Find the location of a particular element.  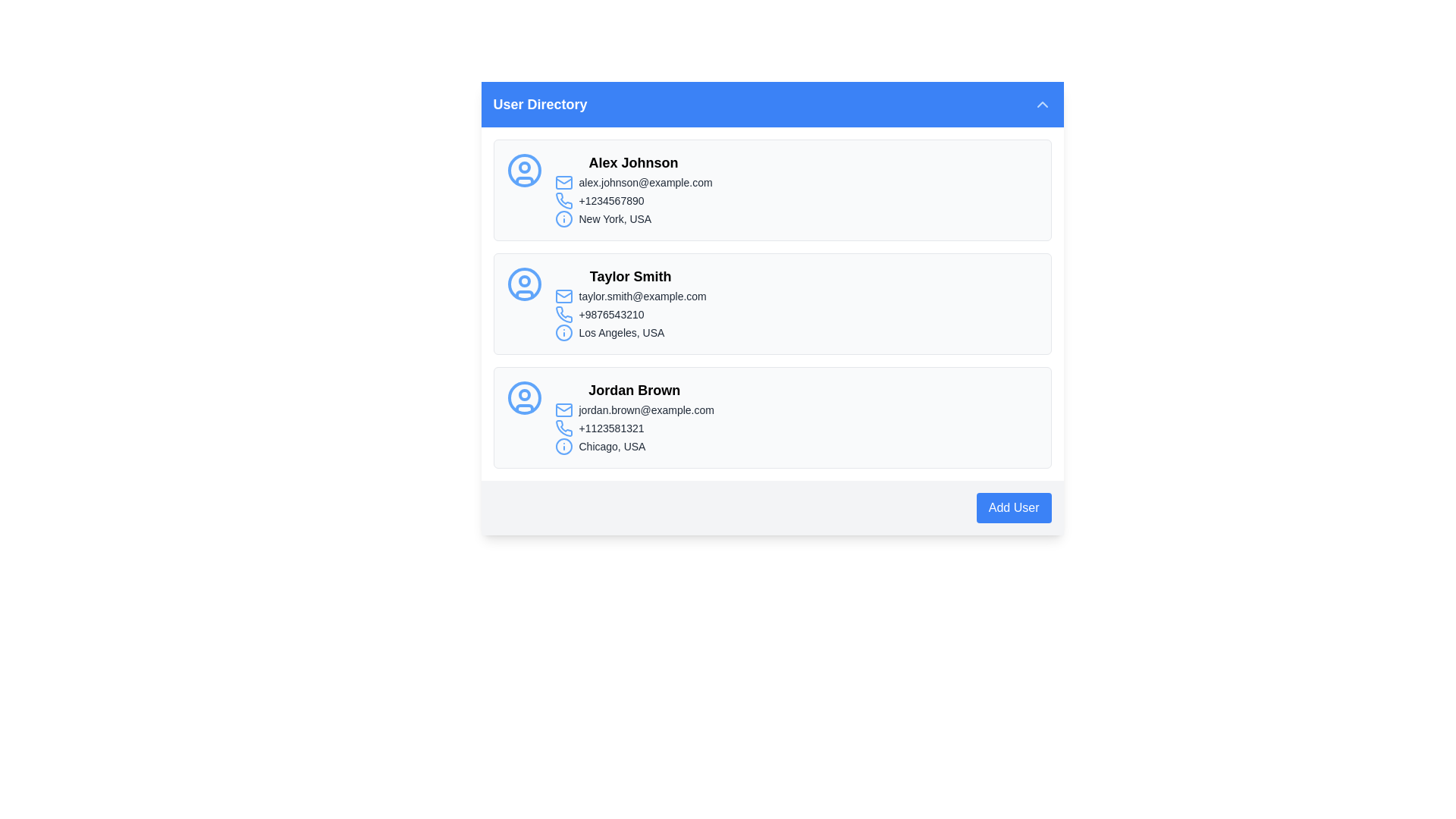

the informational SVG icon located next to the 'Los Angeles, USA' text in Taylor Smith's User Directory card is located at coordinates (563, 332).